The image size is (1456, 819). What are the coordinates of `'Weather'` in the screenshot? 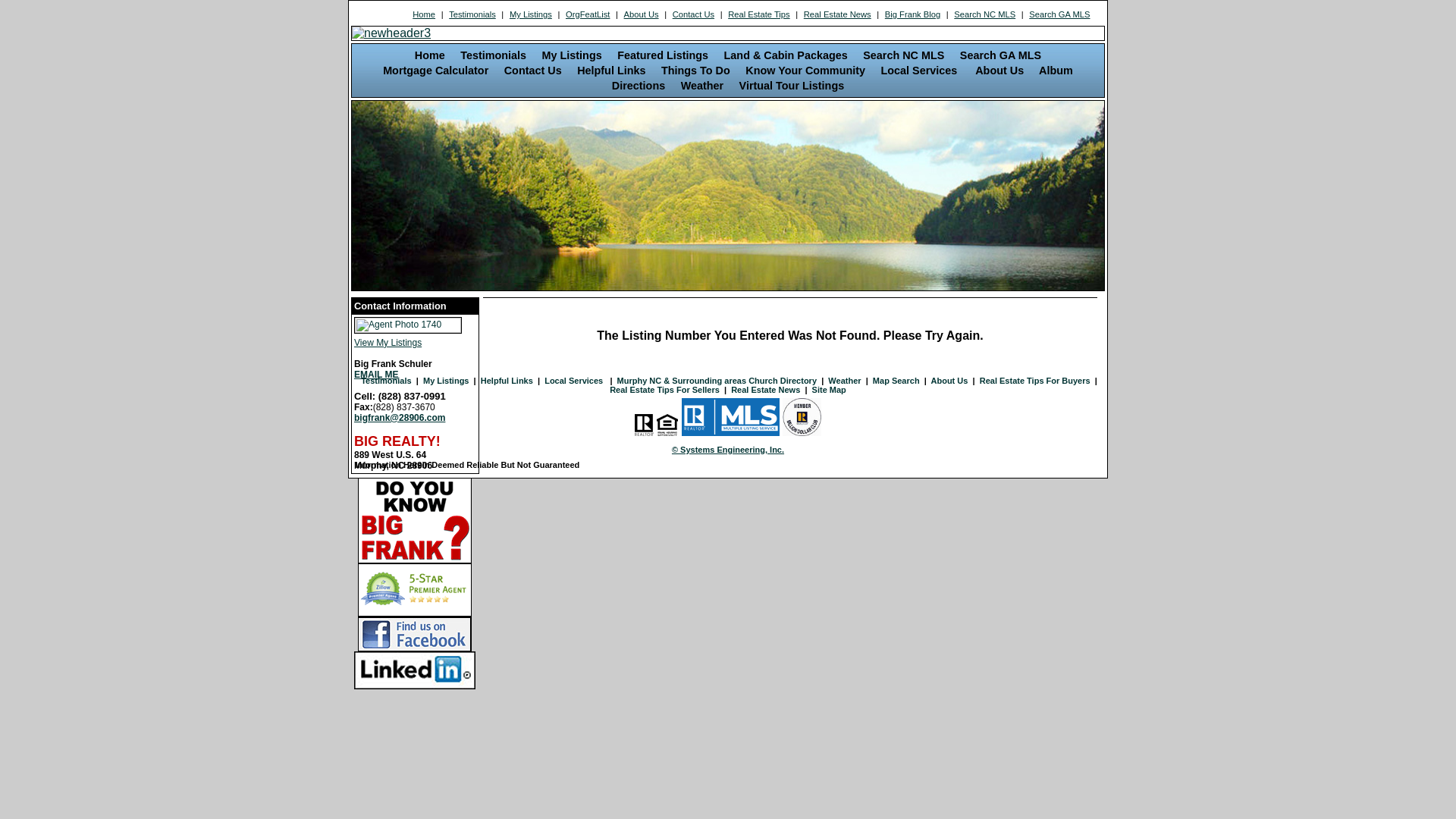 It's located at (843, 379).